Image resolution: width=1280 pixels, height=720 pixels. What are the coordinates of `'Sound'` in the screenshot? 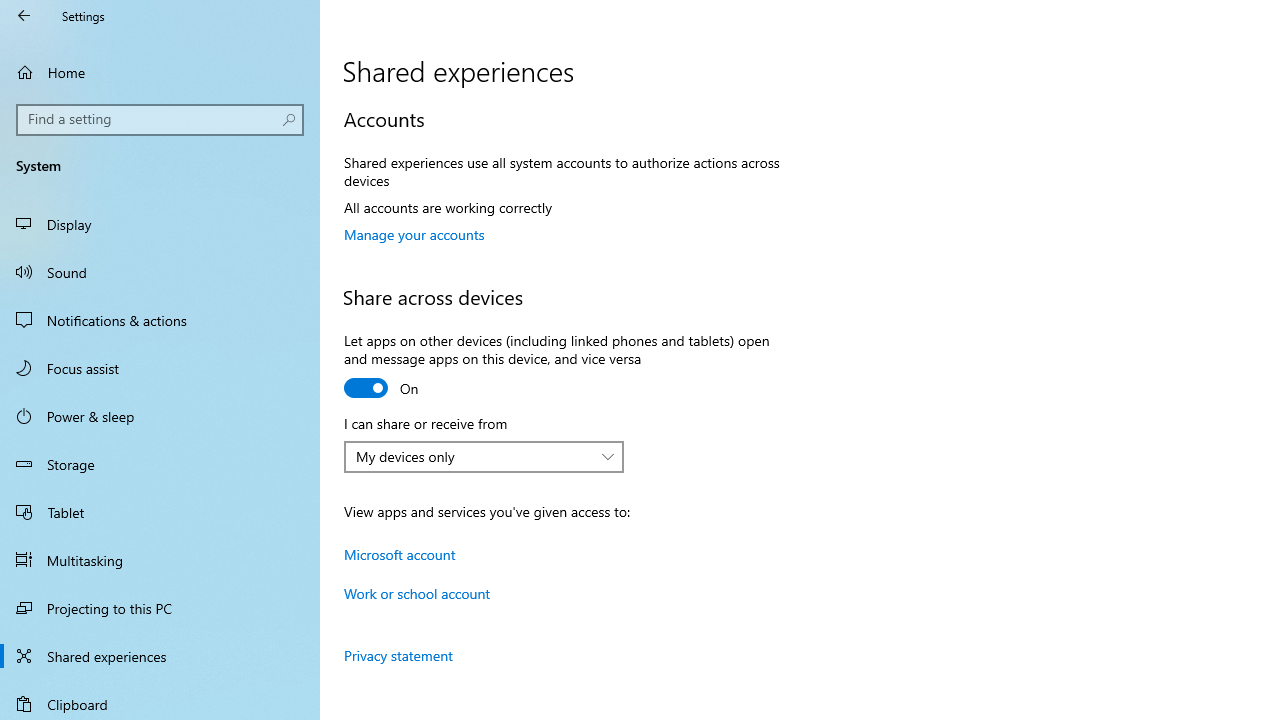 It's located at (160, 271).